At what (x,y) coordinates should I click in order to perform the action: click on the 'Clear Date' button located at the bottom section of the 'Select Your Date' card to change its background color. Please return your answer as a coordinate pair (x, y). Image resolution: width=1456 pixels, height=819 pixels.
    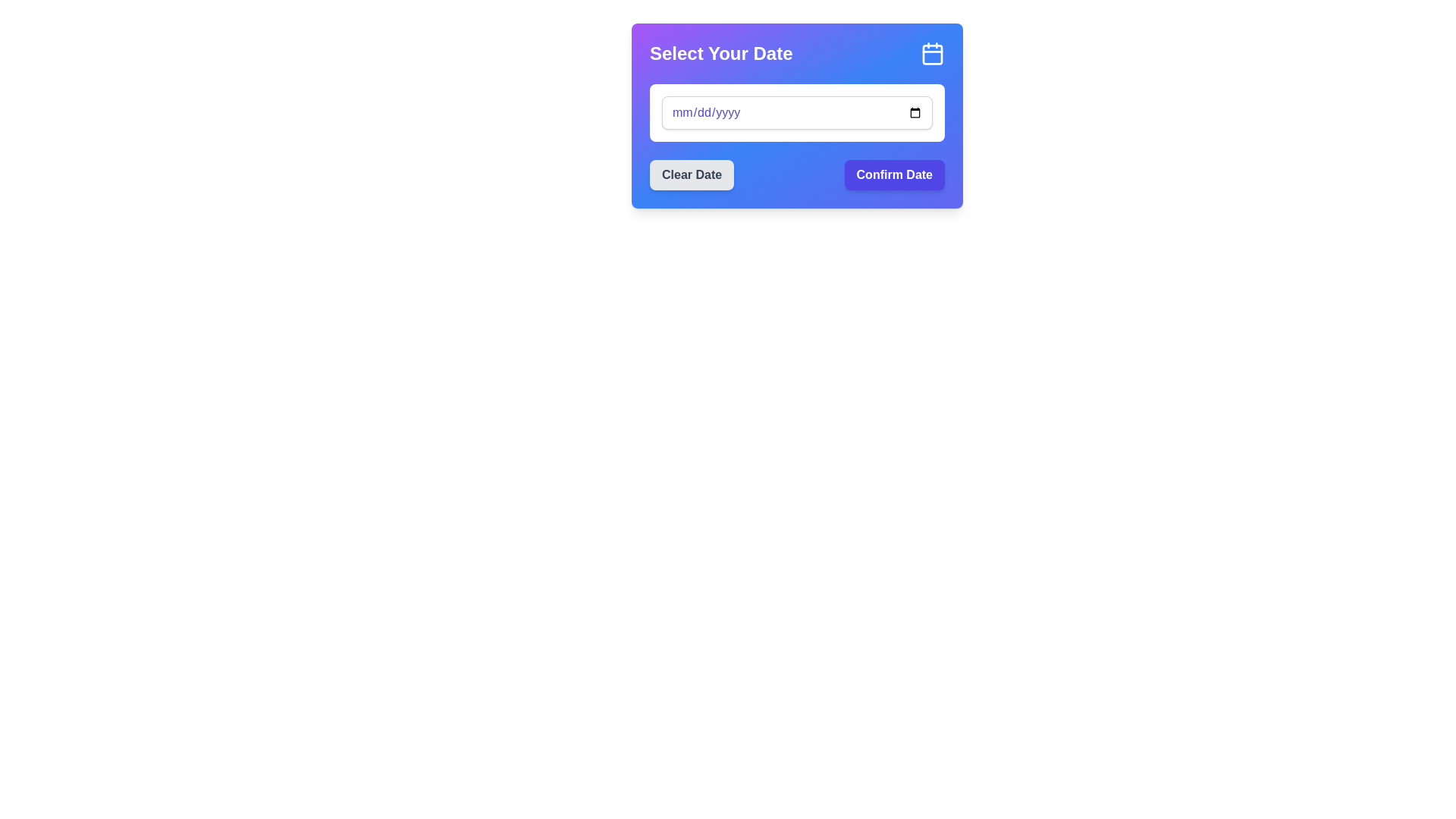
    Looking at the image, I should click on (691, 174).